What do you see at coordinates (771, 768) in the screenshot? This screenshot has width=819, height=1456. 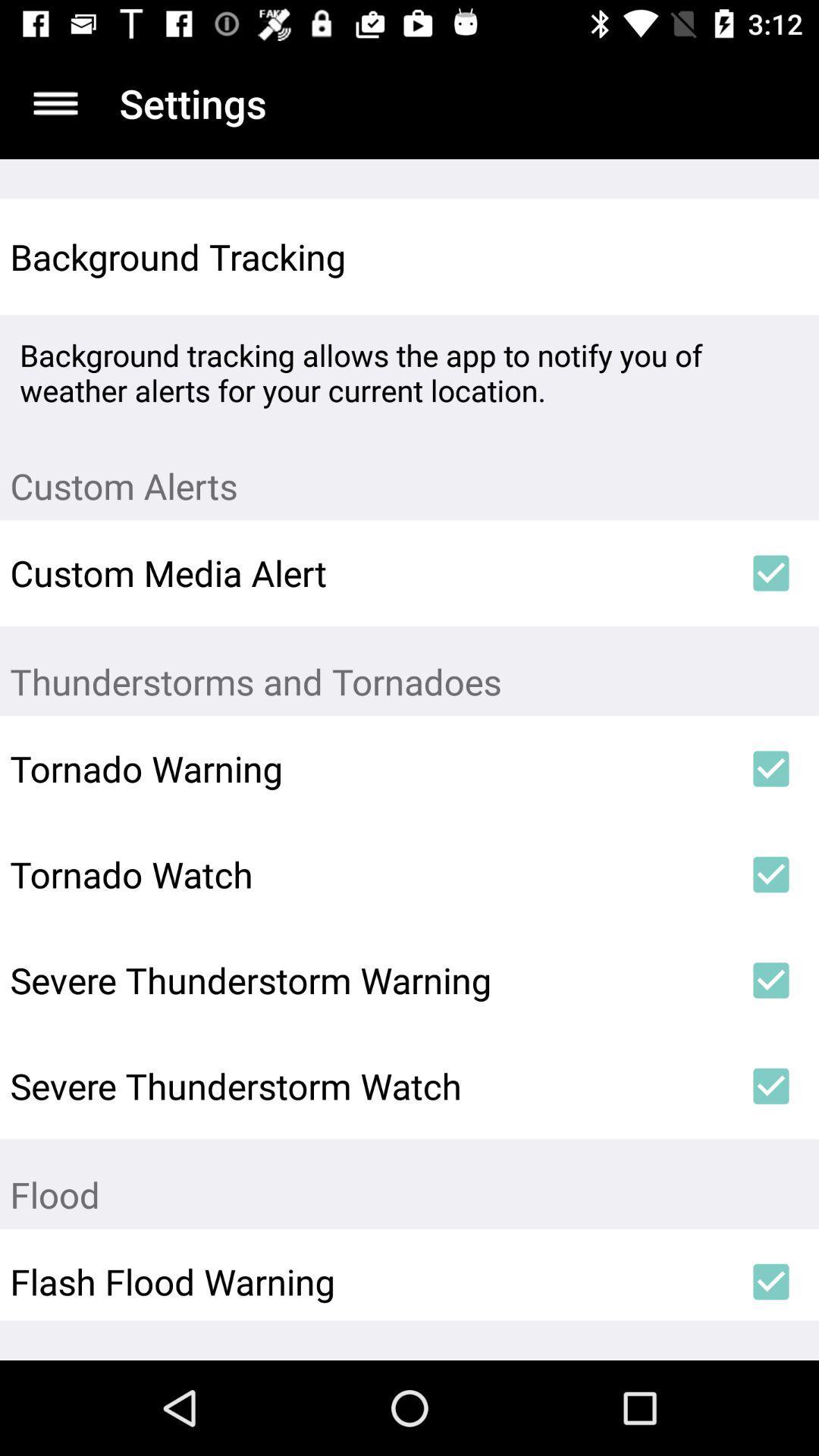 I see `the item next to tornado warning` at bounding box center [771, 768].